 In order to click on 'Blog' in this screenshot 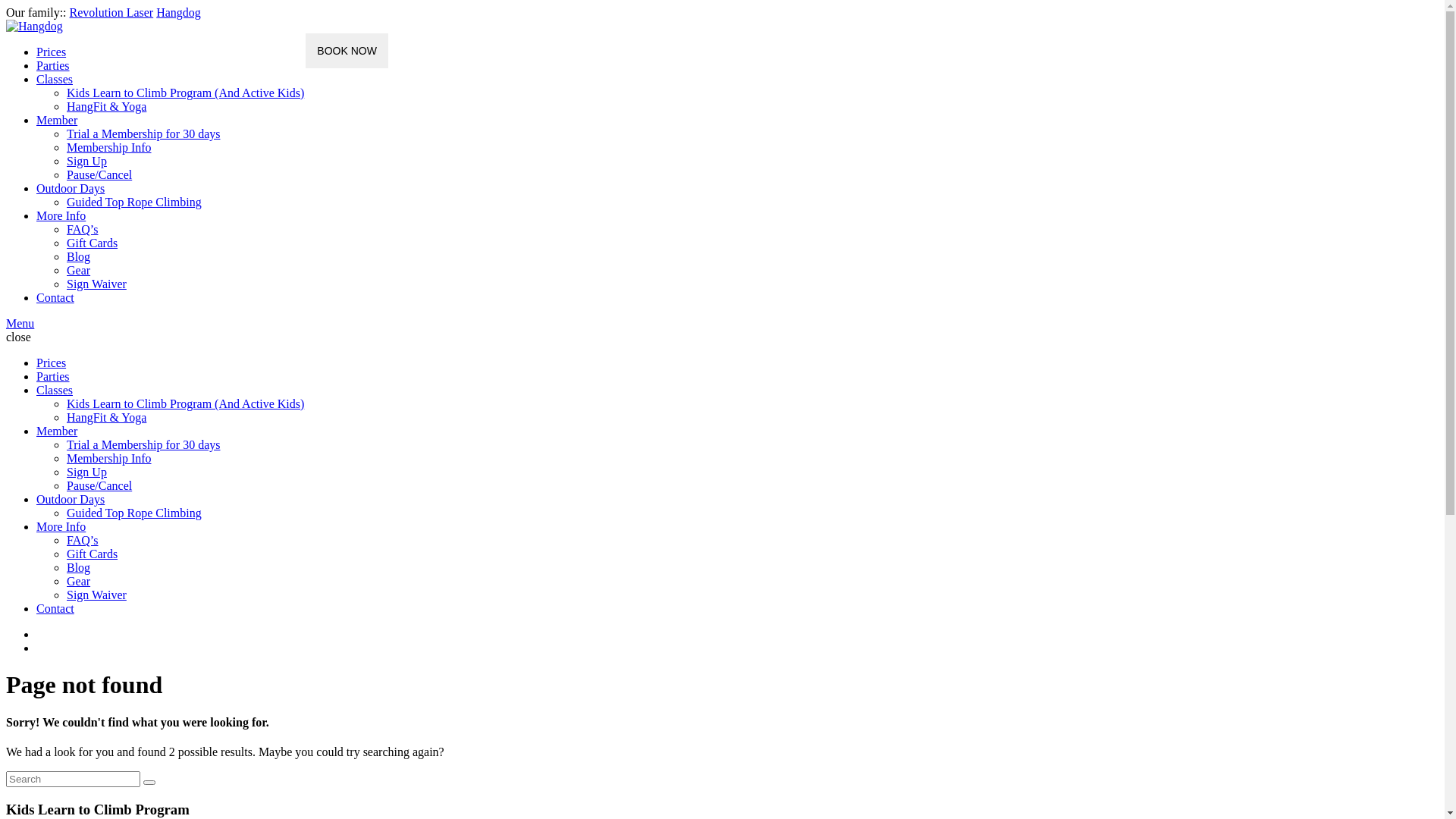, I will do `click(77, 256)`.